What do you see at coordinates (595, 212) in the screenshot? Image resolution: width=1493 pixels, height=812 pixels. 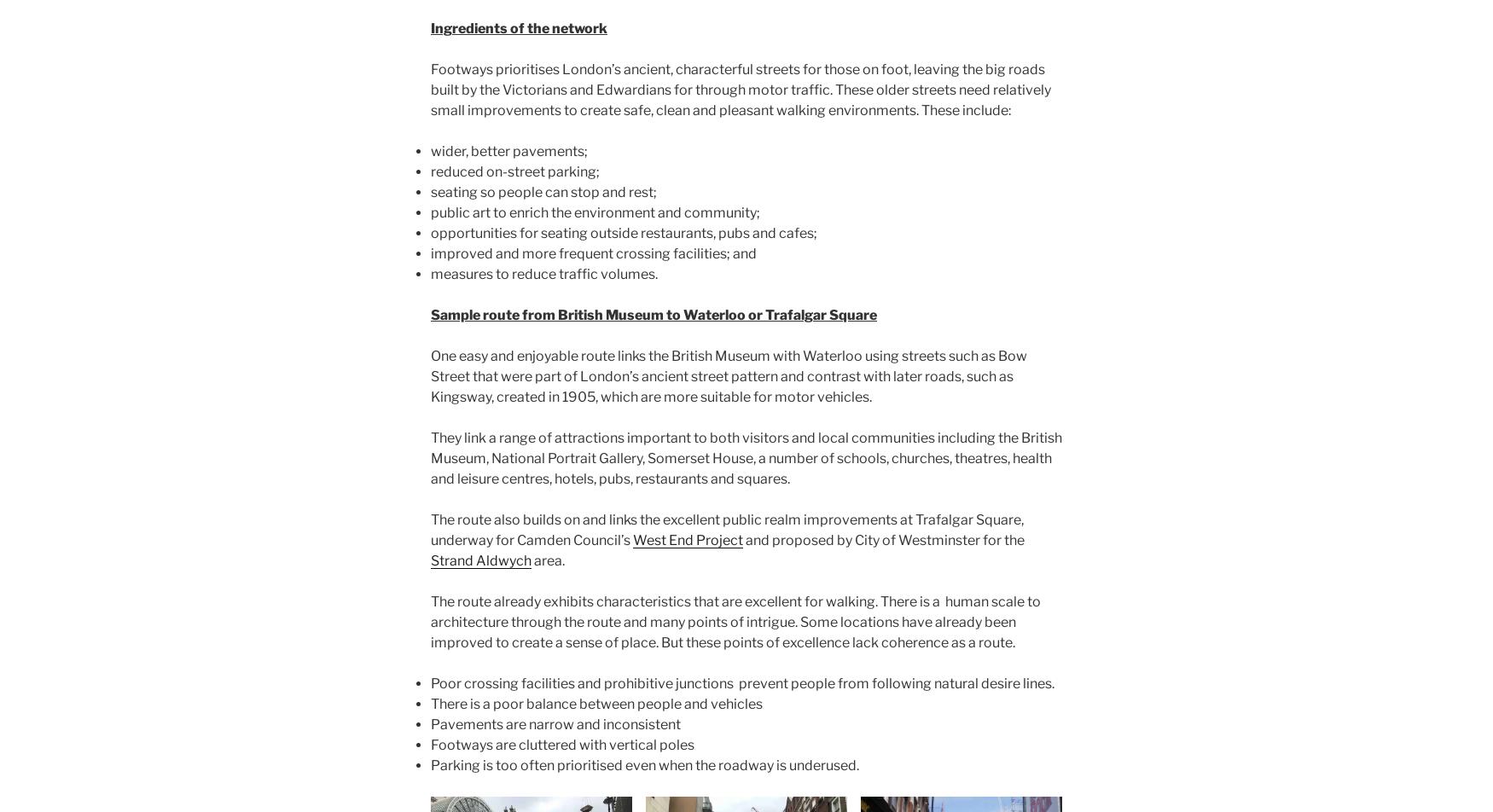 I see `'public art to enrich the environment and community;'` at bounding box center [595, 212].